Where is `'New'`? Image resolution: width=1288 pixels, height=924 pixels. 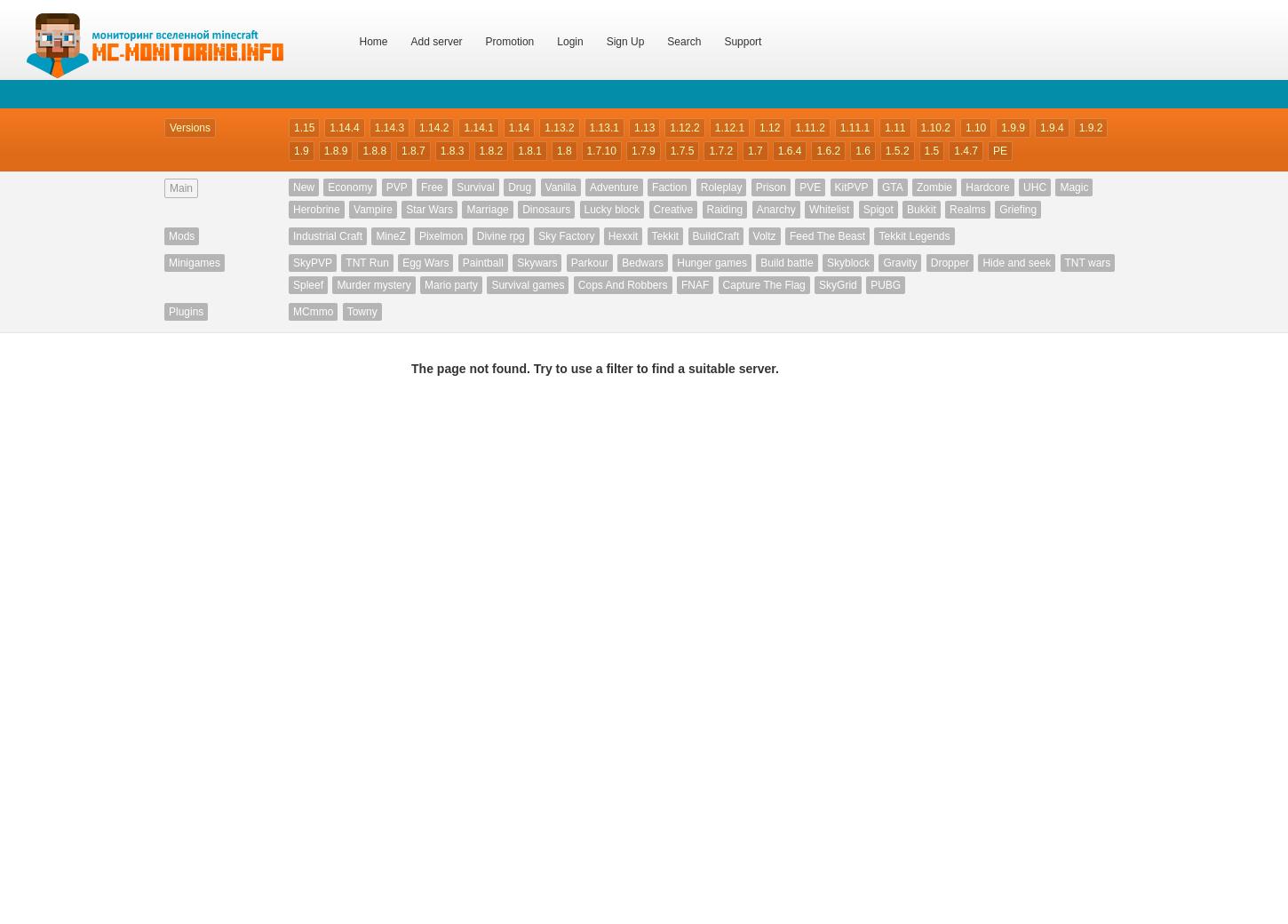
'New' is located at coordinates (304, 187).